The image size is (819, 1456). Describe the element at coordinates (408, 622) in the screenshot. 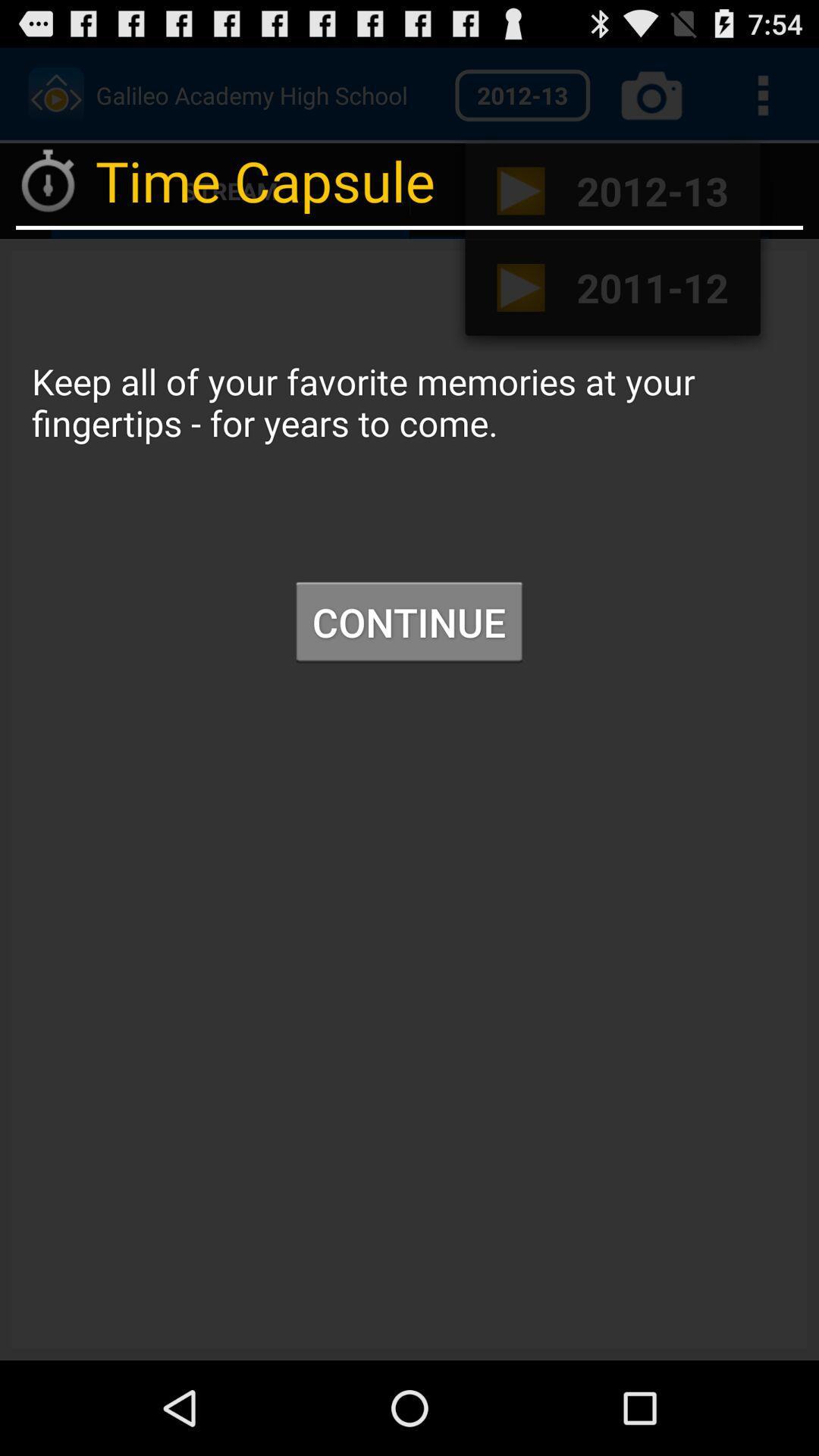

I see `item below keep all of icon` at that location.